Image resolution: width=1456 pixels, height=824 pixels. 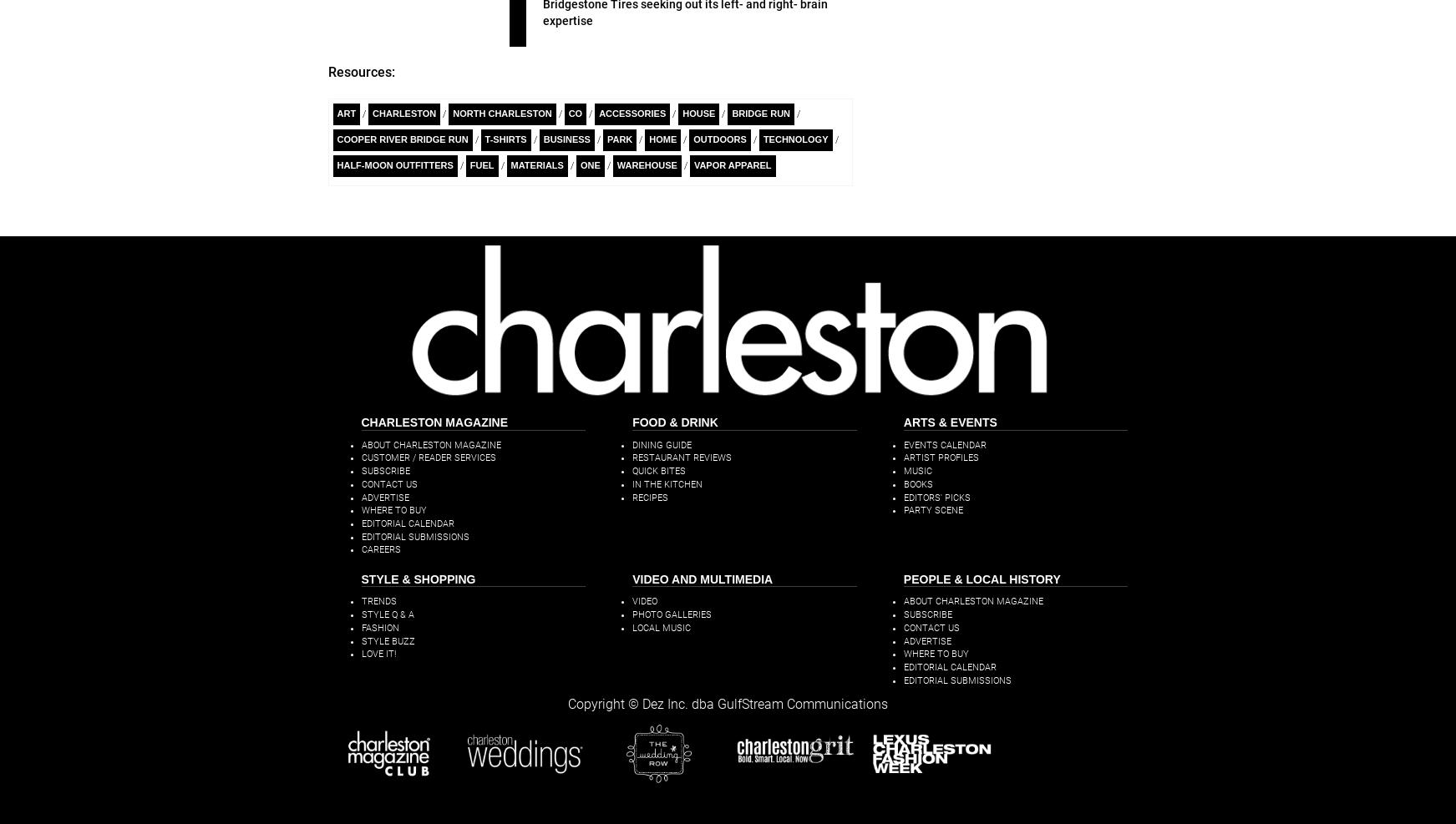 I want to click on 'House', so click(x=698, y=114).